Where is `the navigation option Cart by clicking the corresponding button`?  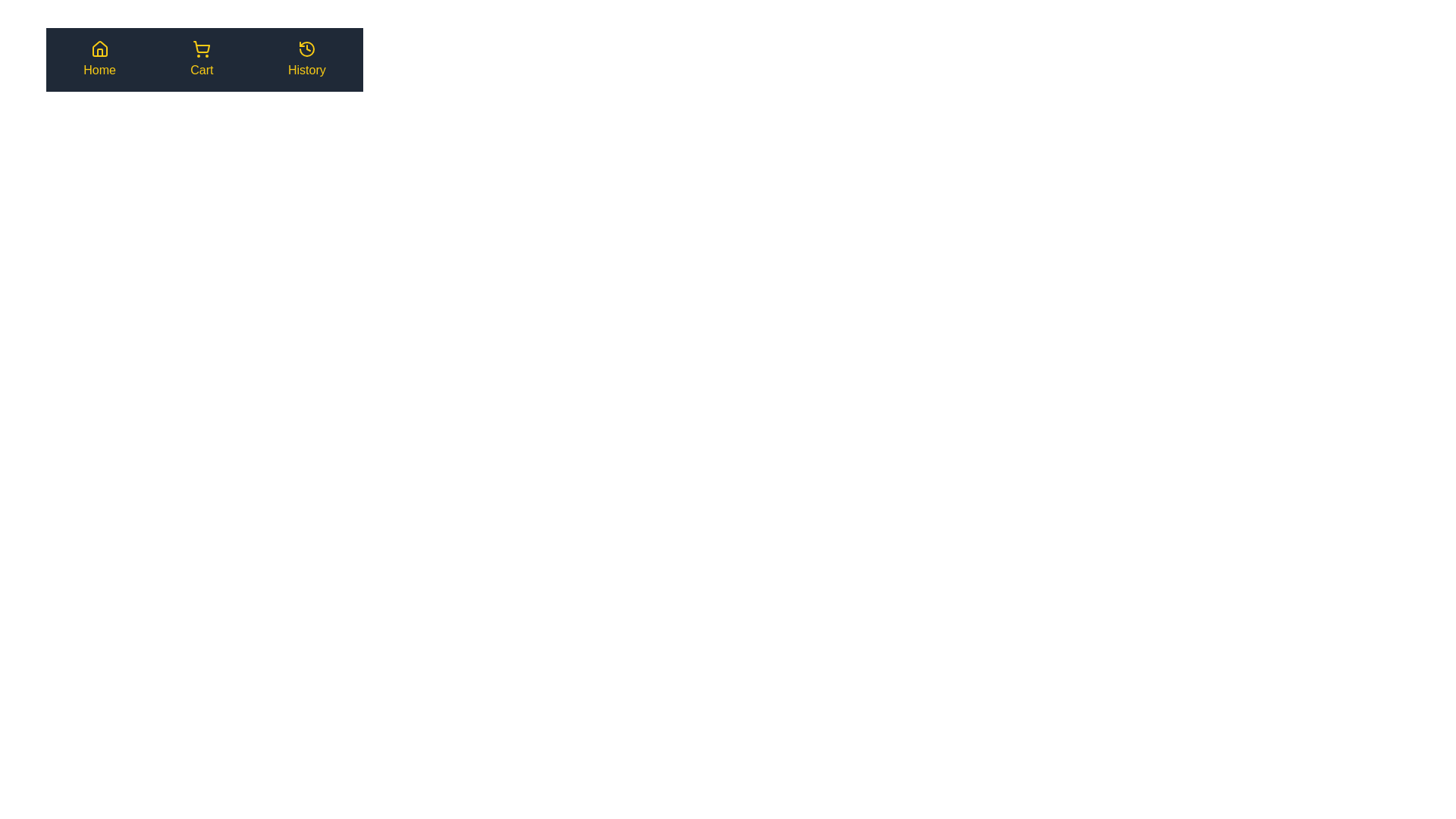 the navigation option Cart by clicking the corresponding button is located at coordinates (201, 58).